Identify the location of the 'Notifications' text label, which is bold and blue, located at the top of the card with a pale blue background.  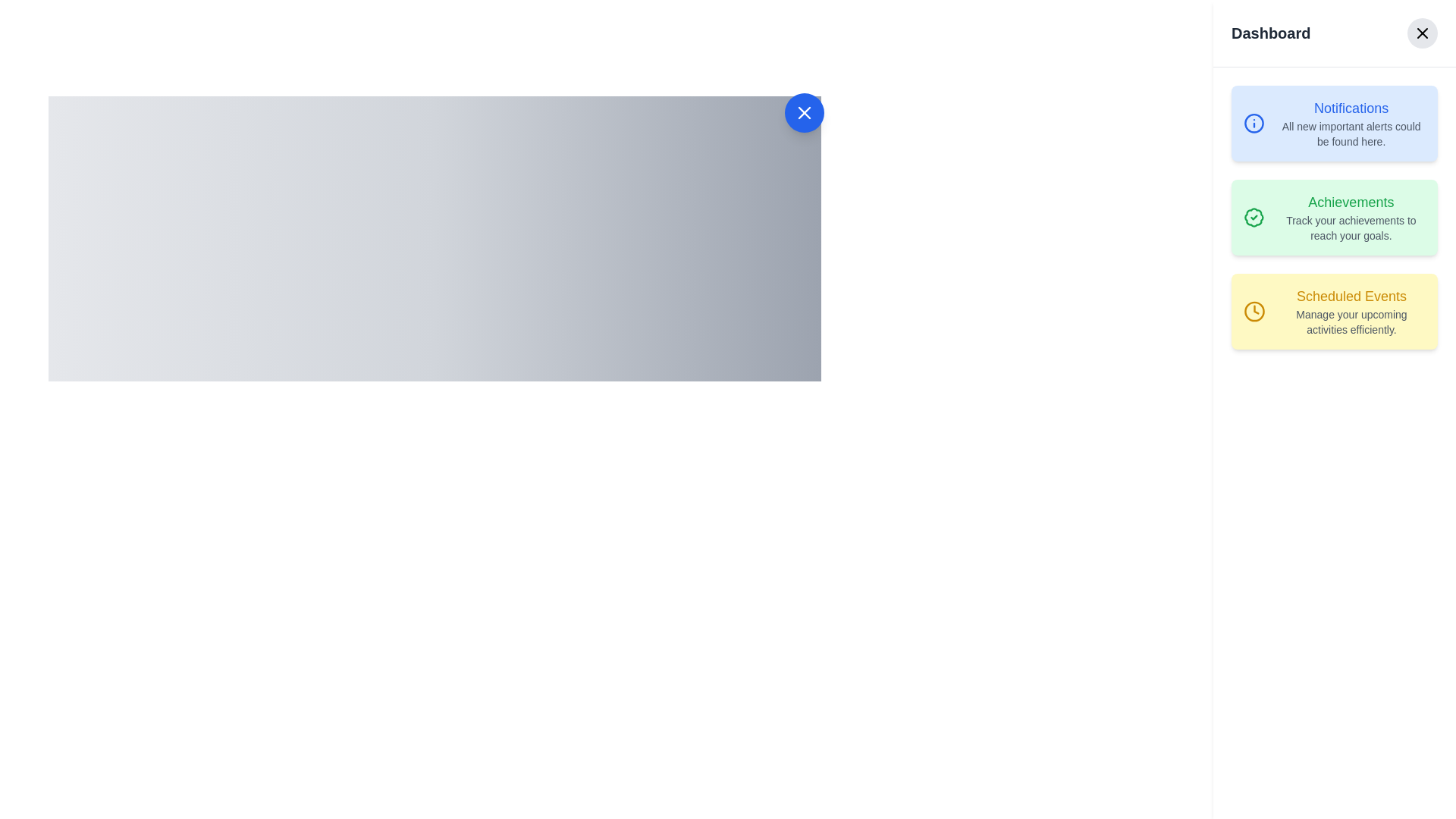
(1351, 107).